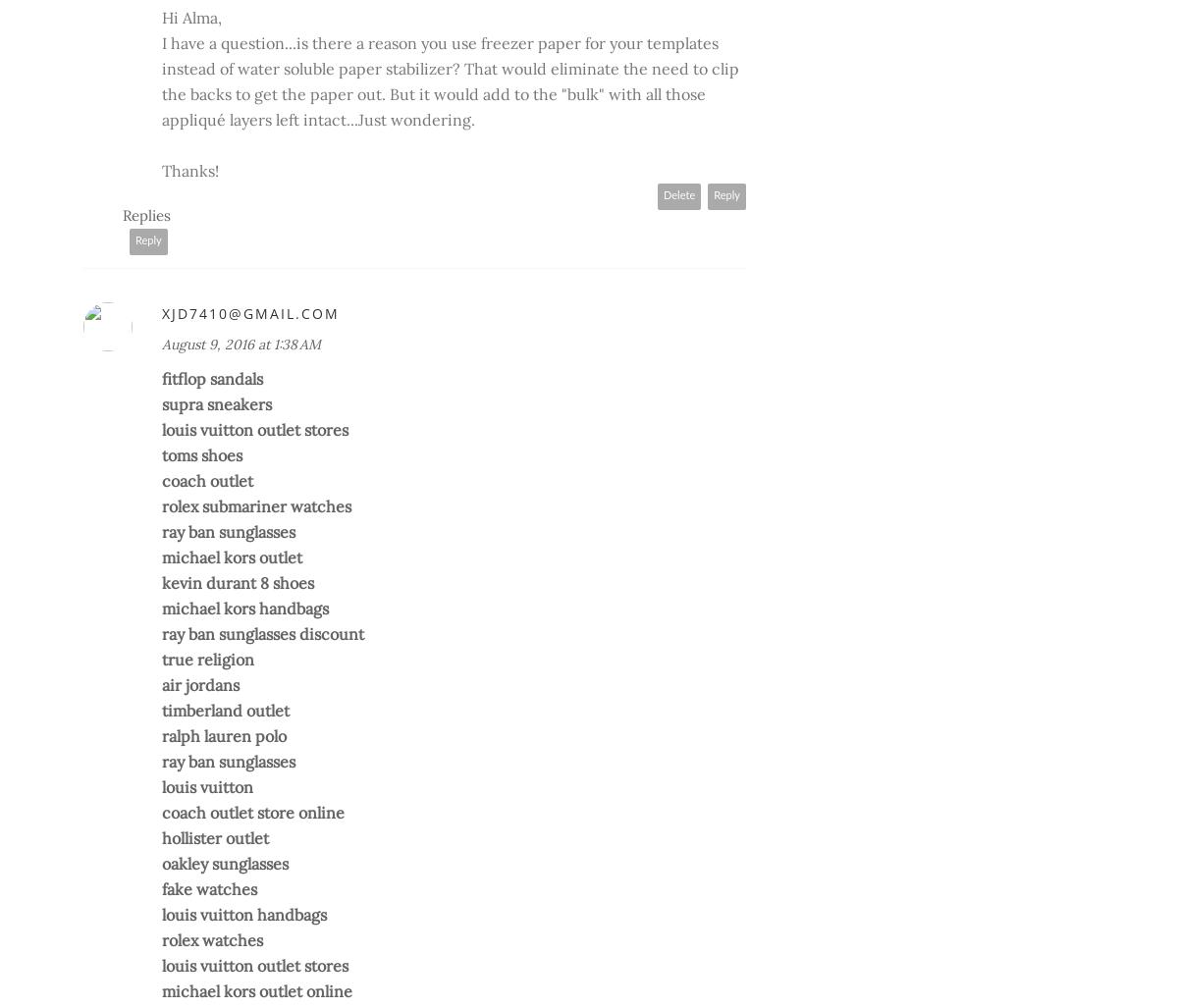 The width and height of the screenshot is (1178, 1008). What do you see at coordinates (225, 711) in the screenshot?
I see `'timberland outlet'` at bounding box center [225, 711].